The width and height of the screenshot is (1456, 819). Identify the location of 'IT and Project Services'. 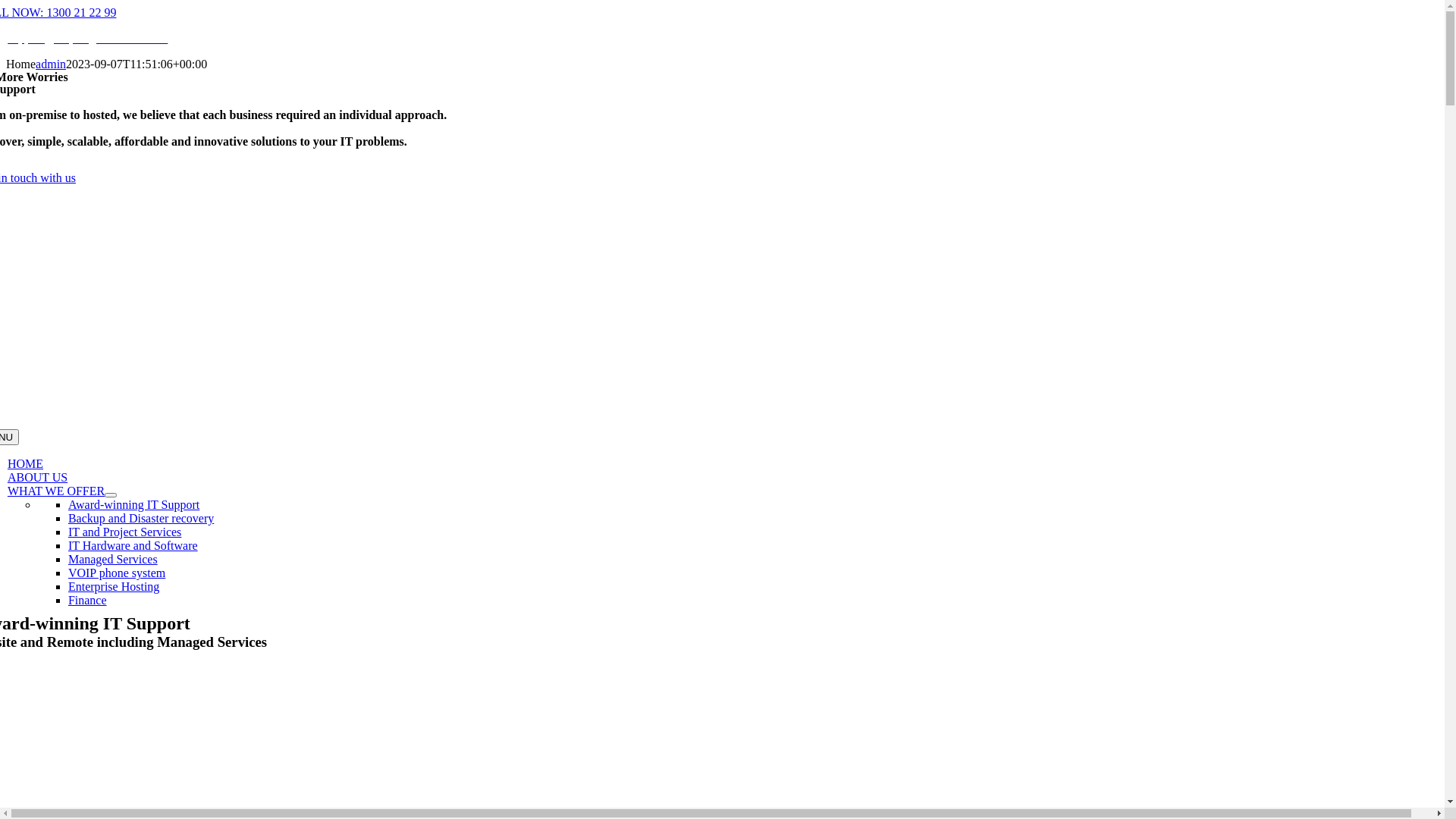
(124, 531).